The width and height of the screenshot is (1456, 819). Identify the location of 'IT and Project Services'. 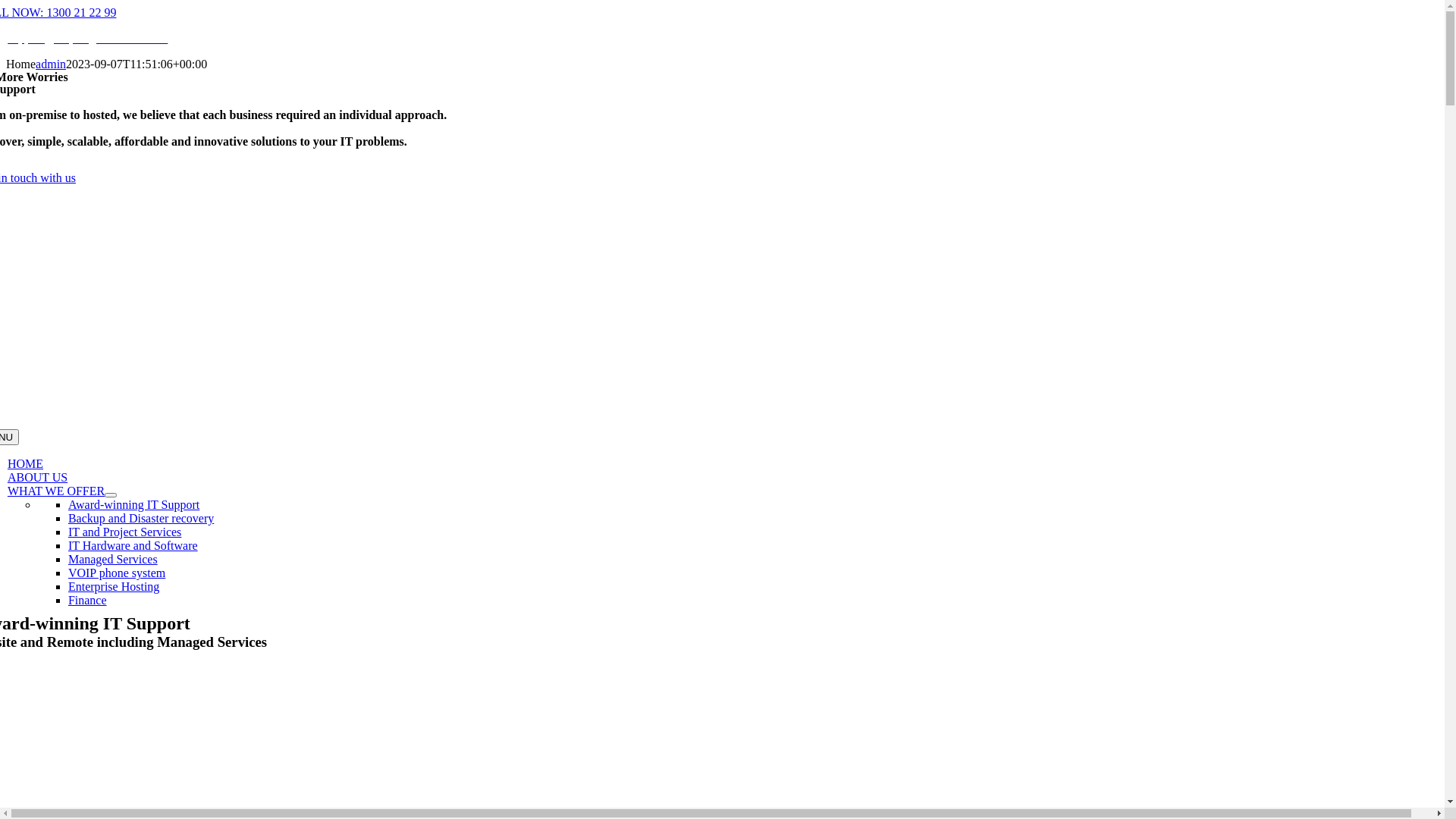
(124, 531).